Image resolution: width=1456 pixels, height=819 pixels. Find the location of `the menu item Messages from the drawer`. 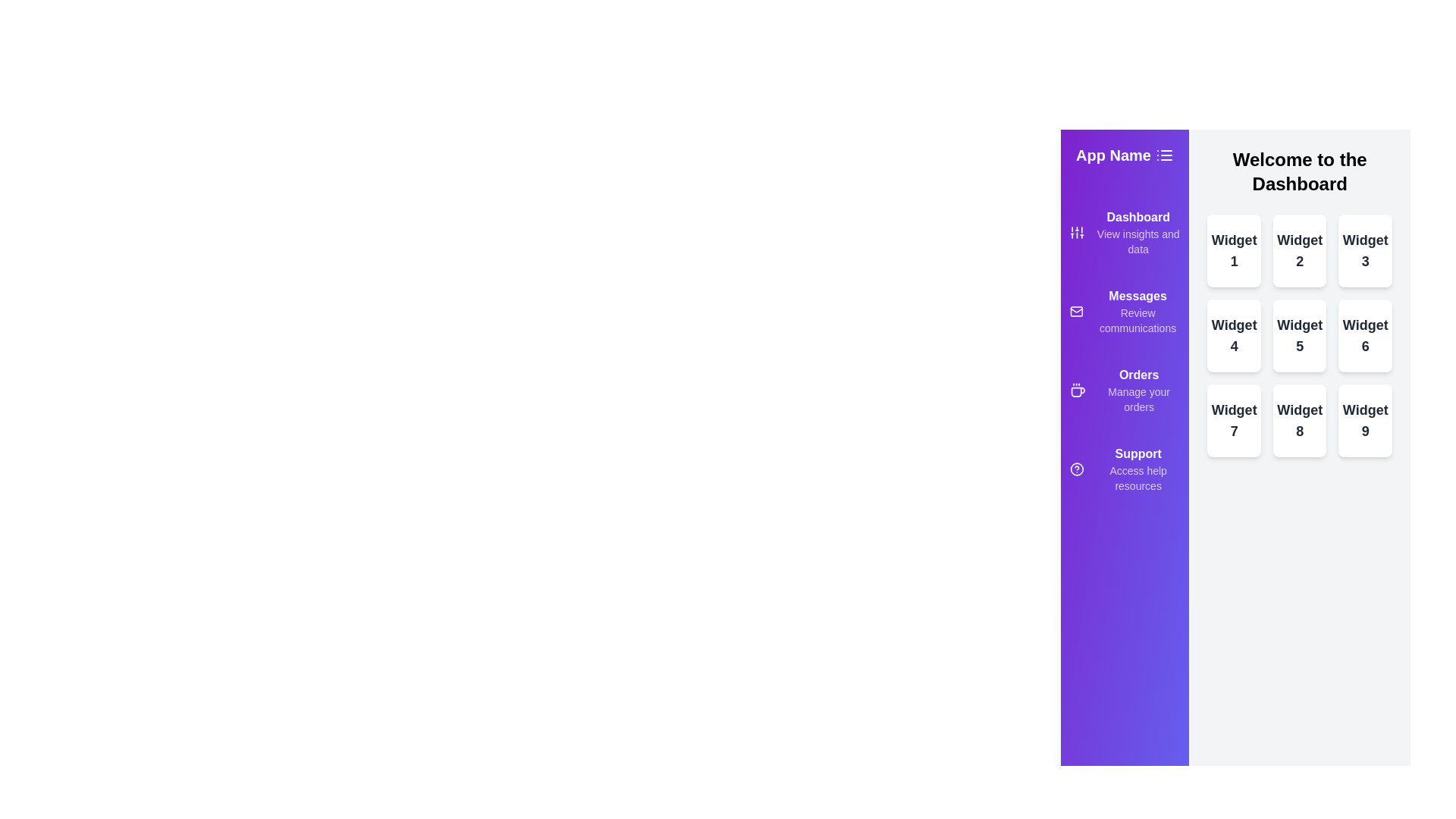

the menu item Messages from the drawer is located at coordinates (1125, 311).